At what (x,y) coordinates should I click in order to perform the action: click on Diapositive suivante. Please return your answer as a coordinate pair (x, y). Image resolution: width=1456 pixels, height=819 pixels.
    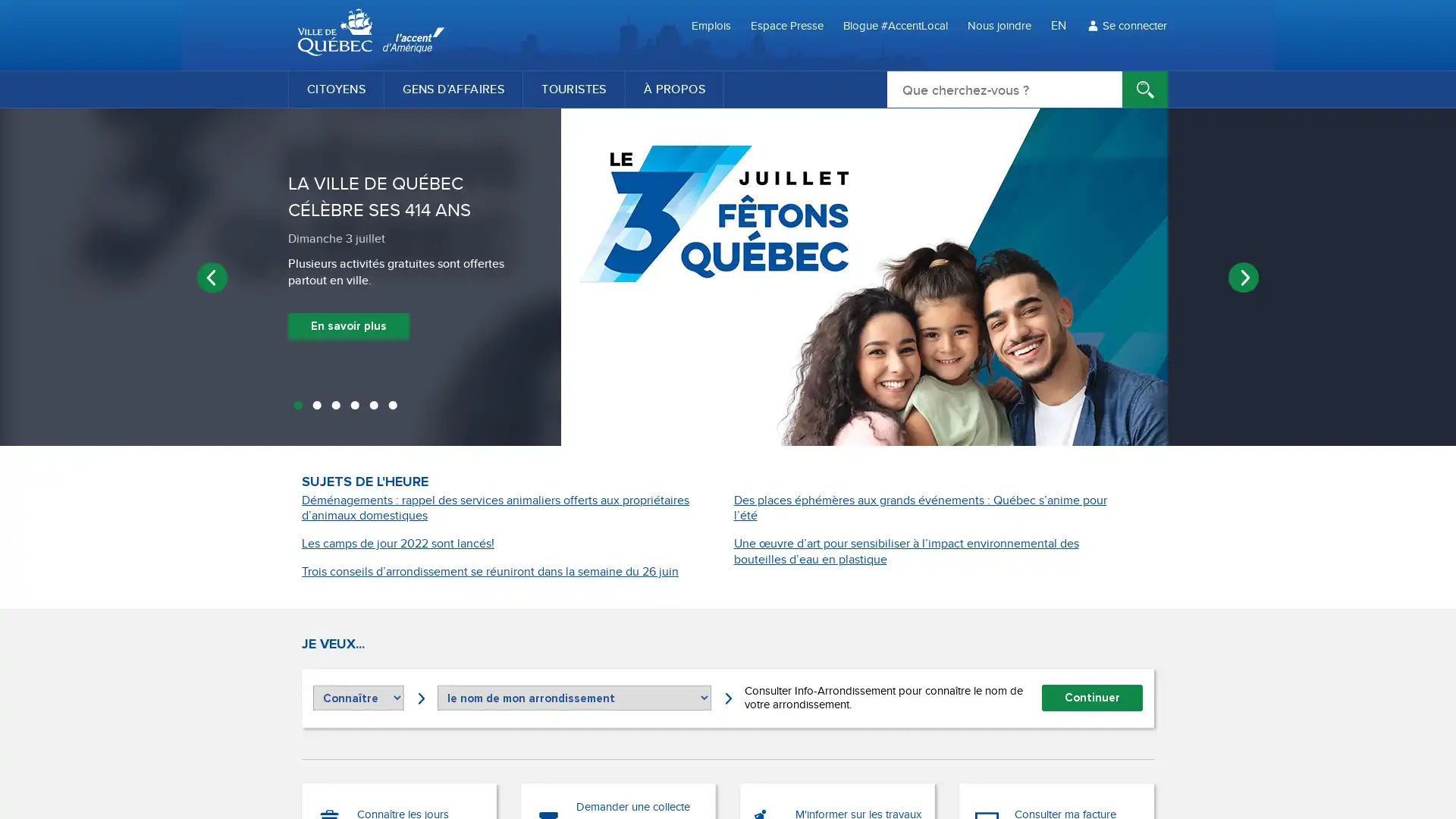
    Looking at the image, I should click on (1244, 277).